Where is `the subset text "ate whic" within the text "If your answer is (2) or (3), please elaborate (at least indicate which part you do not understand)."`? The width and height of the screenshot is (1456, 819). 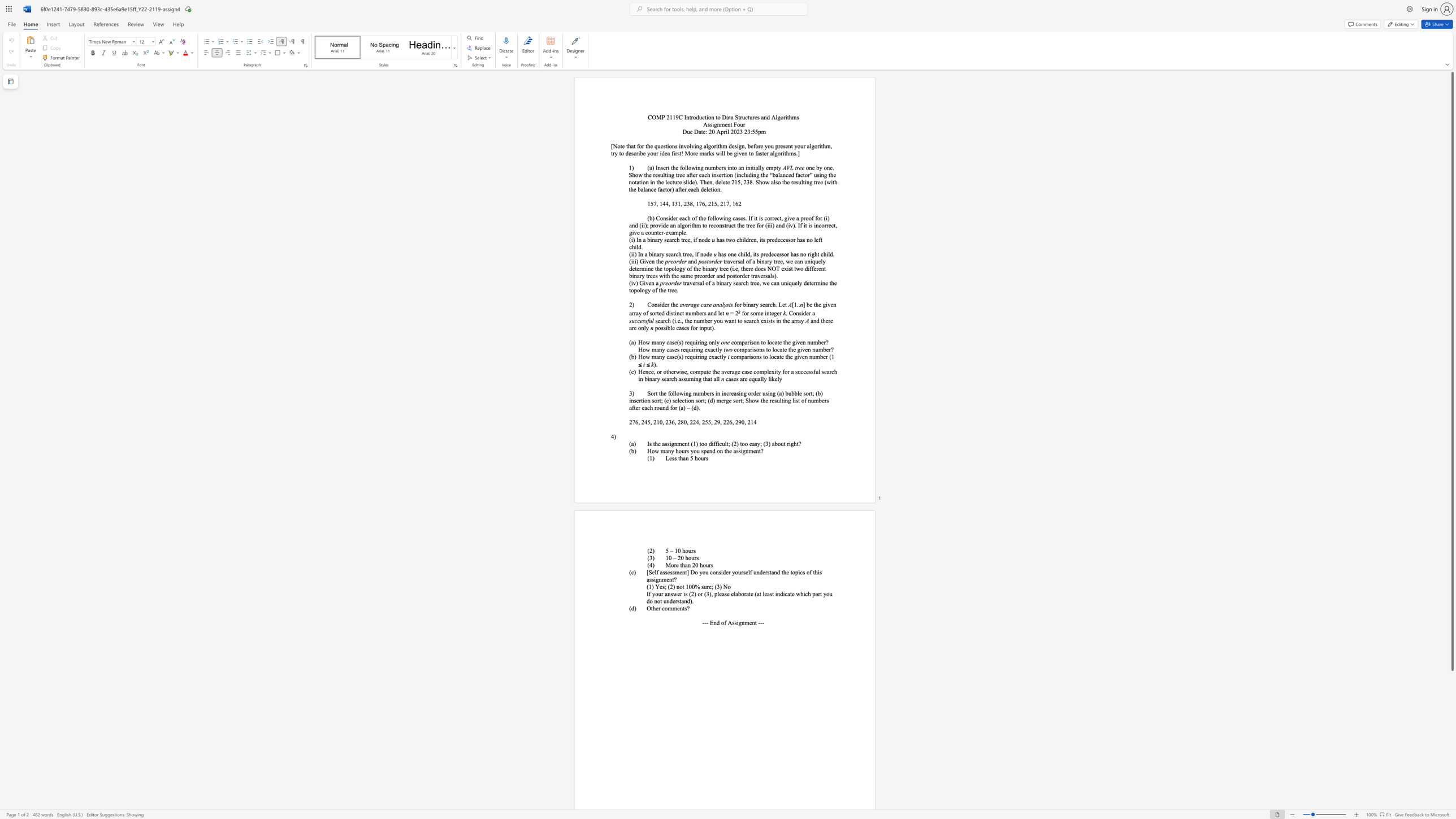 the subset text "ate whic" within the text "If your answer is (2) or (3), please elaborate (at least indicate which part you do not understand)." is located at coordinates (787, 593).